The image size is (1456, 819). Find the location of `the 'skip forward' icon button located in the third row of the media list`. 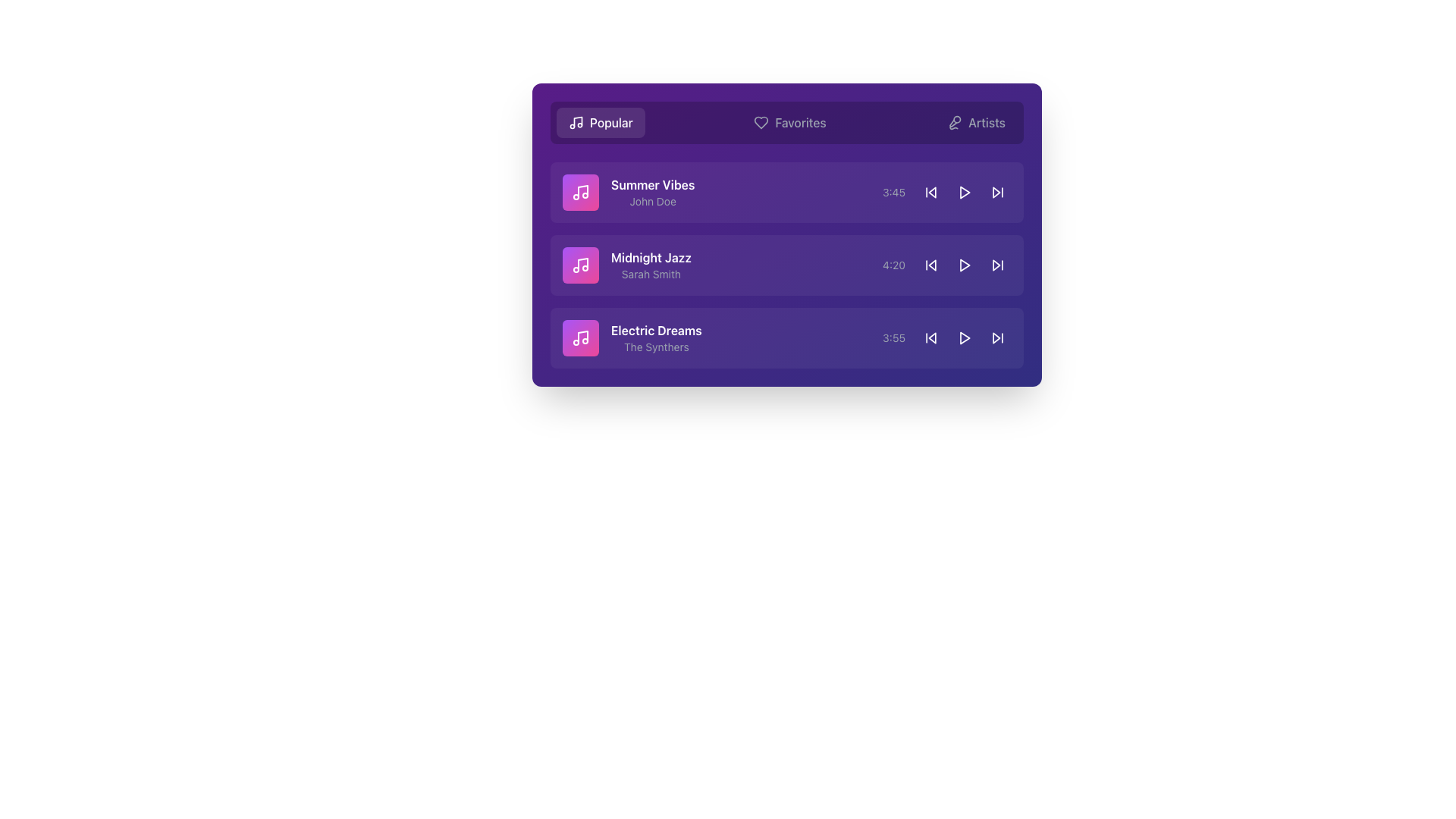

the 'skip forward' icon button located in the third row of the media list is located at coordinates (997, 192).